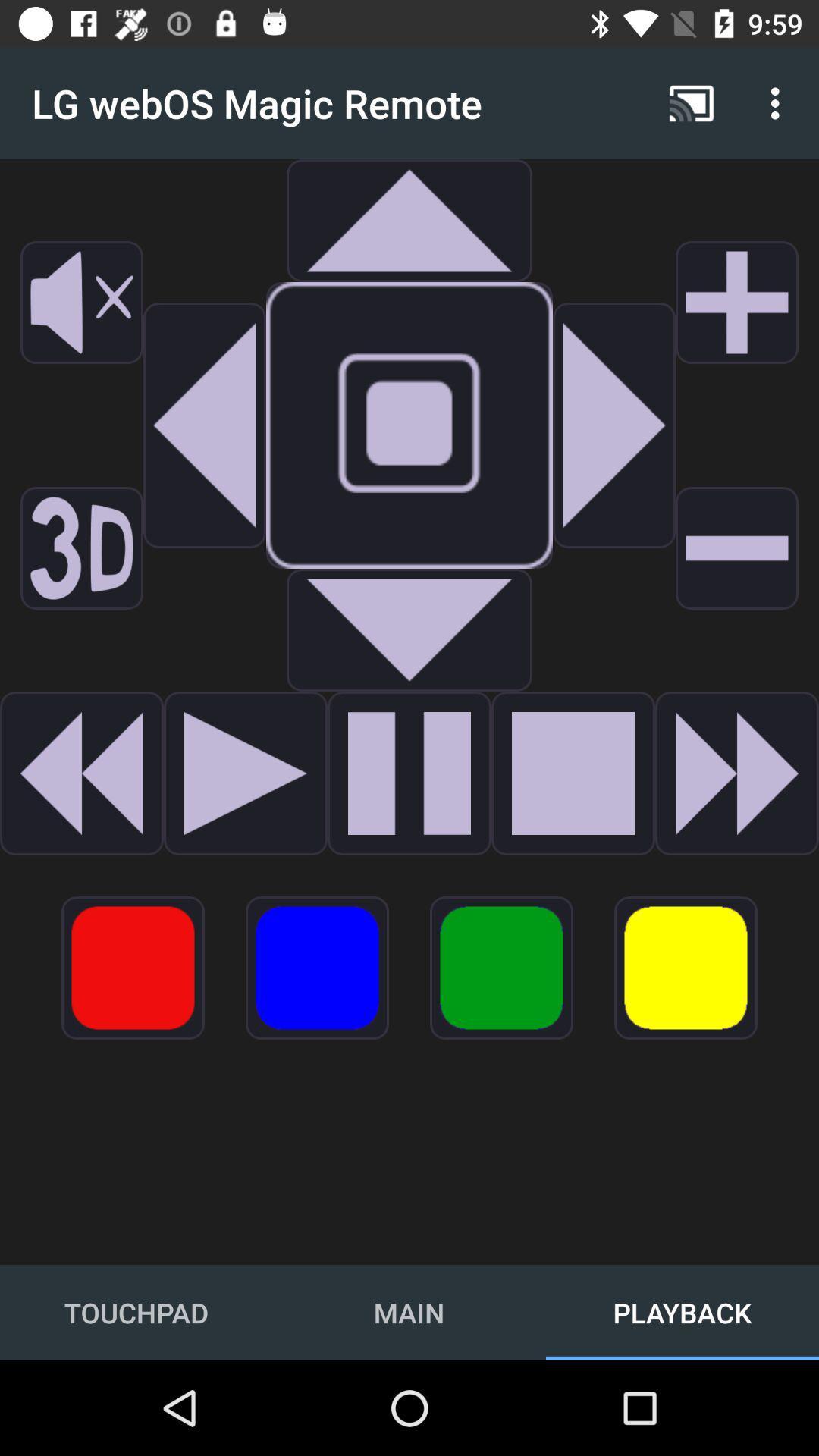 Image resolution: width=819 pixels, height=1456 pixels. What do you see at coordinates (245, 773) in the screenshot?
I see `go next` at bounding box center [245, 773].